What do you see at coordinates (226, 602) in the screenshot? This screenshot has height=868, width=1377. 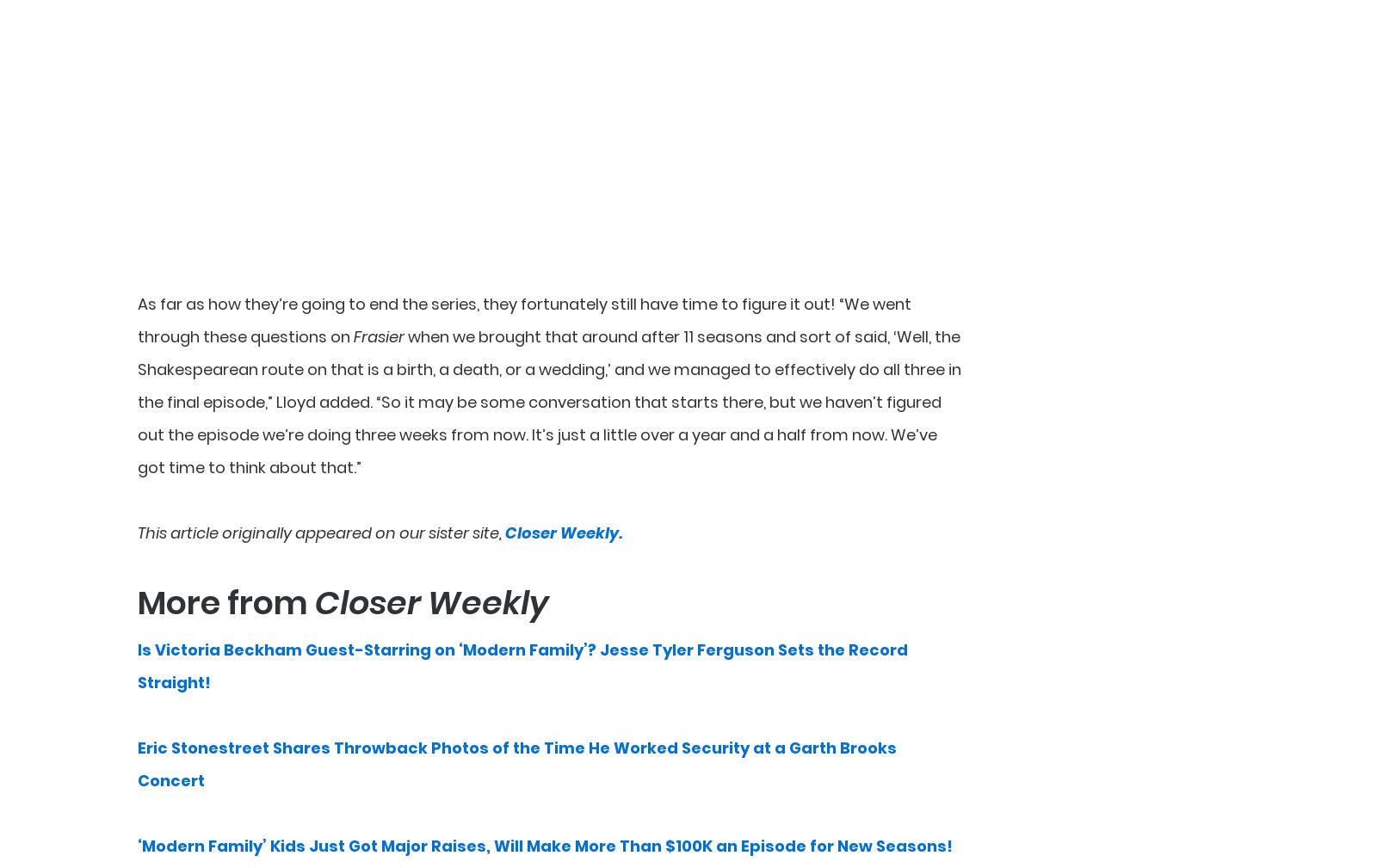 I see `'More from'` at bounding box center [226, 602].